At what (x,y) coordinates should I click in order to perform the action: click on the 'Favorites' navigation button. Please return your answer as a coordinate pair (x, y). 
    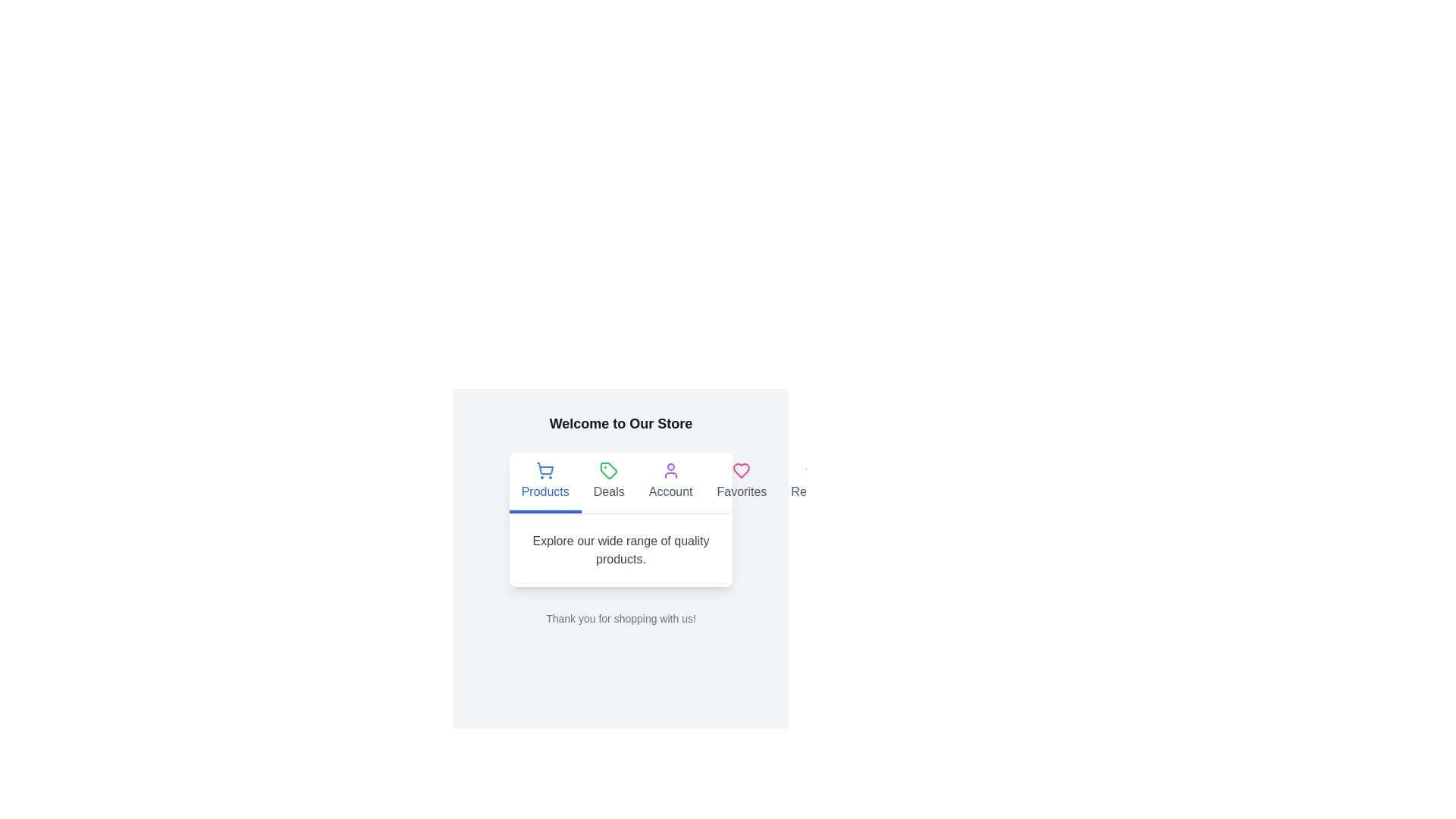
    Looking at the image, I should click on (742, 482).